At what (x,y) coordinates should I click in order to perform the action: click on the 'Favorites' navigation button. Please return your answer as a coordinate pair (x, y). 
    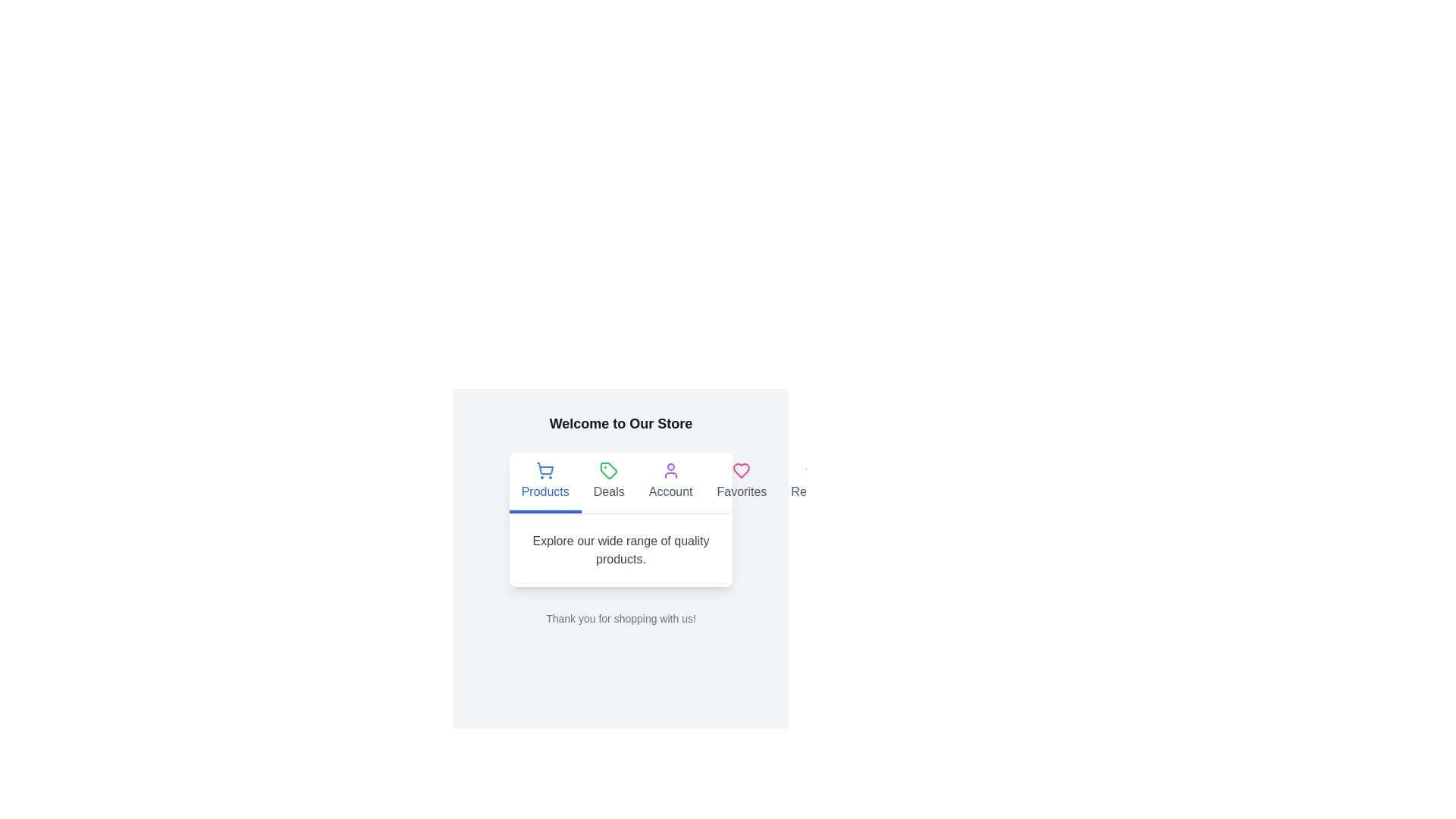
    Looking at the image, I should click on (742, 482).